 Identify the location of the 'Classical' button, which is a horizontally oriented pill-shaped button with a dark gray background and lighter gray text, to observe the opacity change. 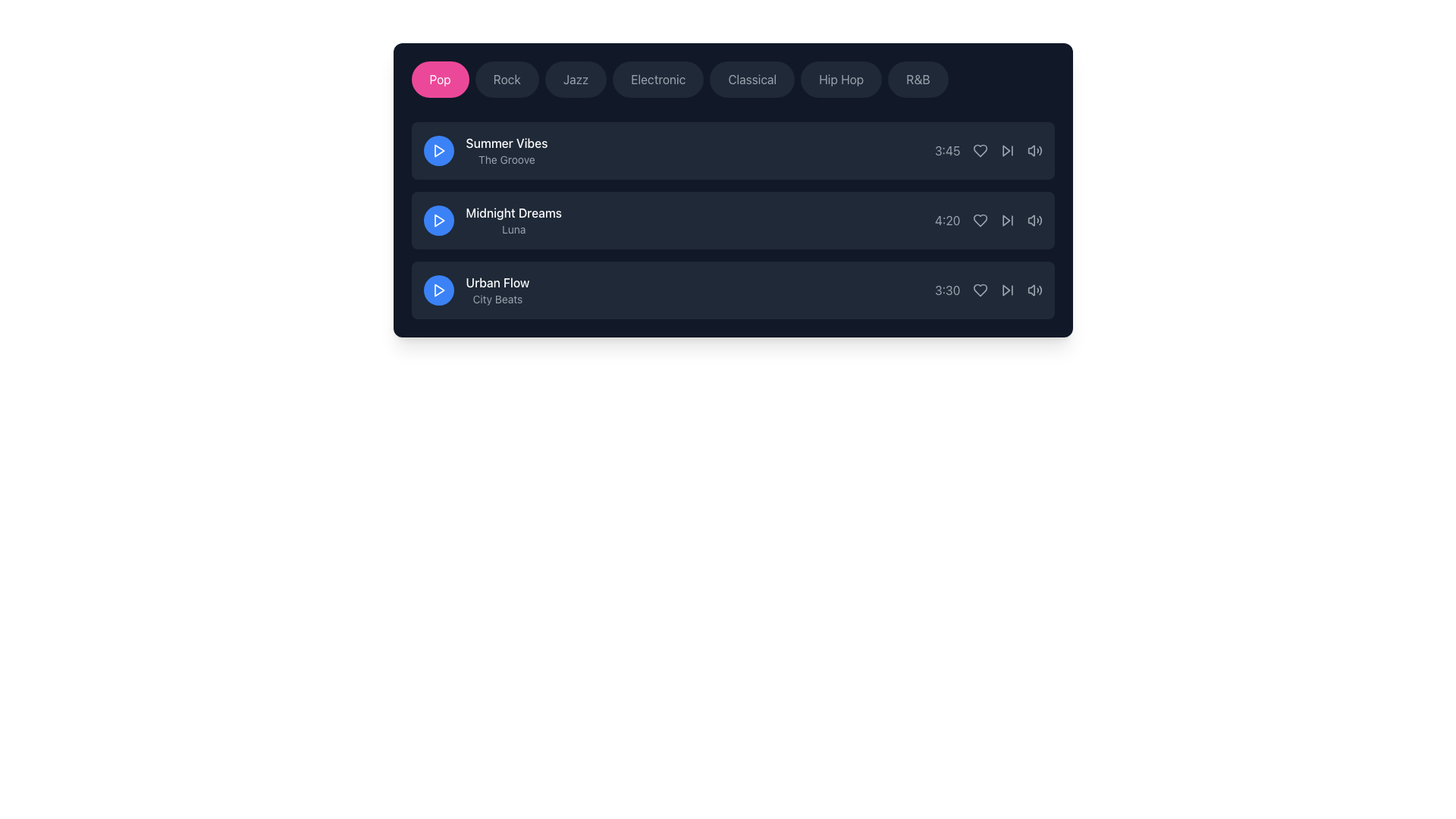
(752, 79).